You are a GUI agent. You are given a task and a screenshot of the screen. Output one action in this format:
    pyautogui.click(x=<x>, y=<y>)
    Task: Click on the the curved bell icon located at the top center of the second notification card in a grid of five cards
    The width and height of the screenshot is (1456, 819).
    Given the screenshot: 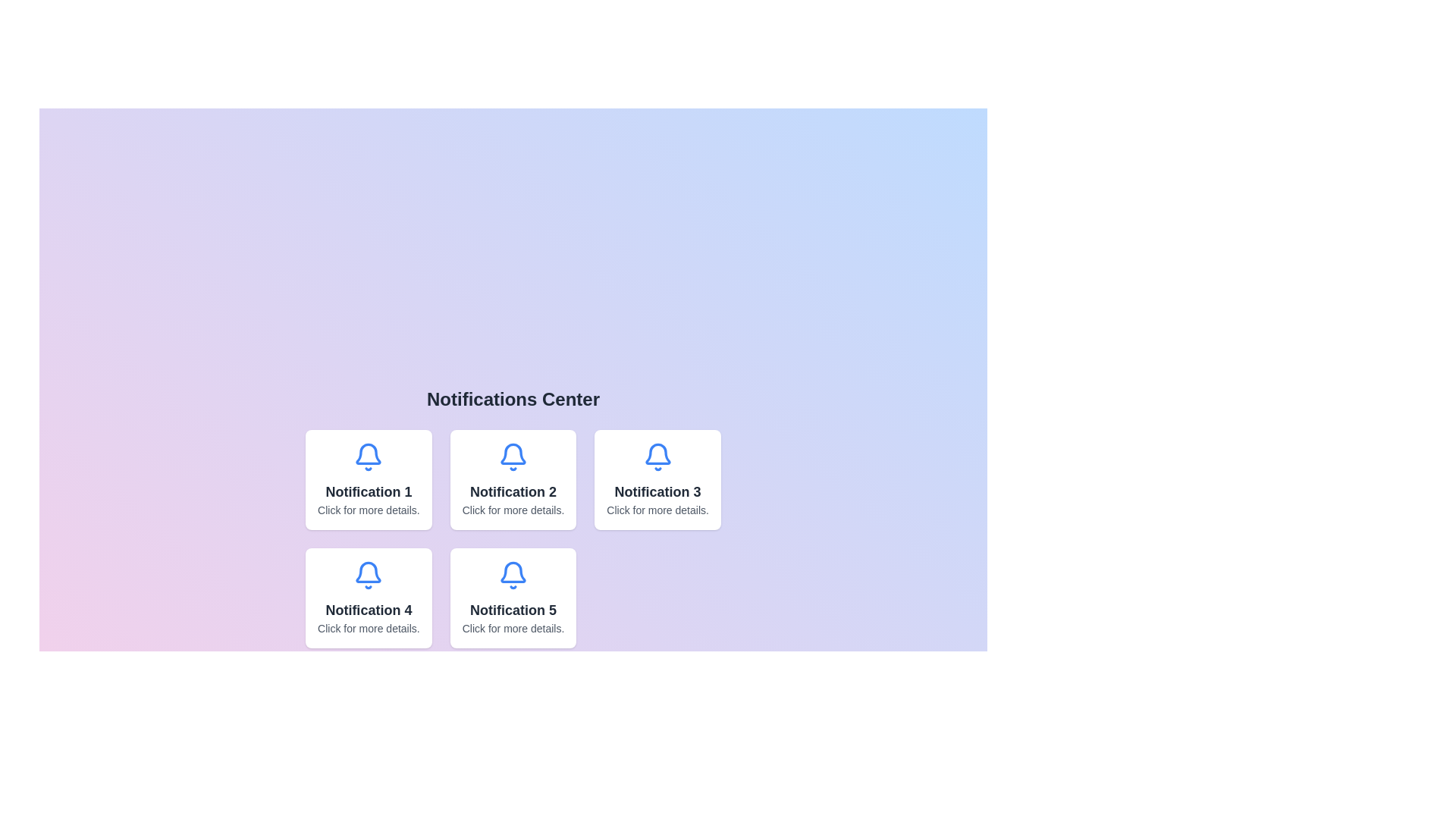 What is the action you would take?
    pyautogui.click(x=513, y=453)
    